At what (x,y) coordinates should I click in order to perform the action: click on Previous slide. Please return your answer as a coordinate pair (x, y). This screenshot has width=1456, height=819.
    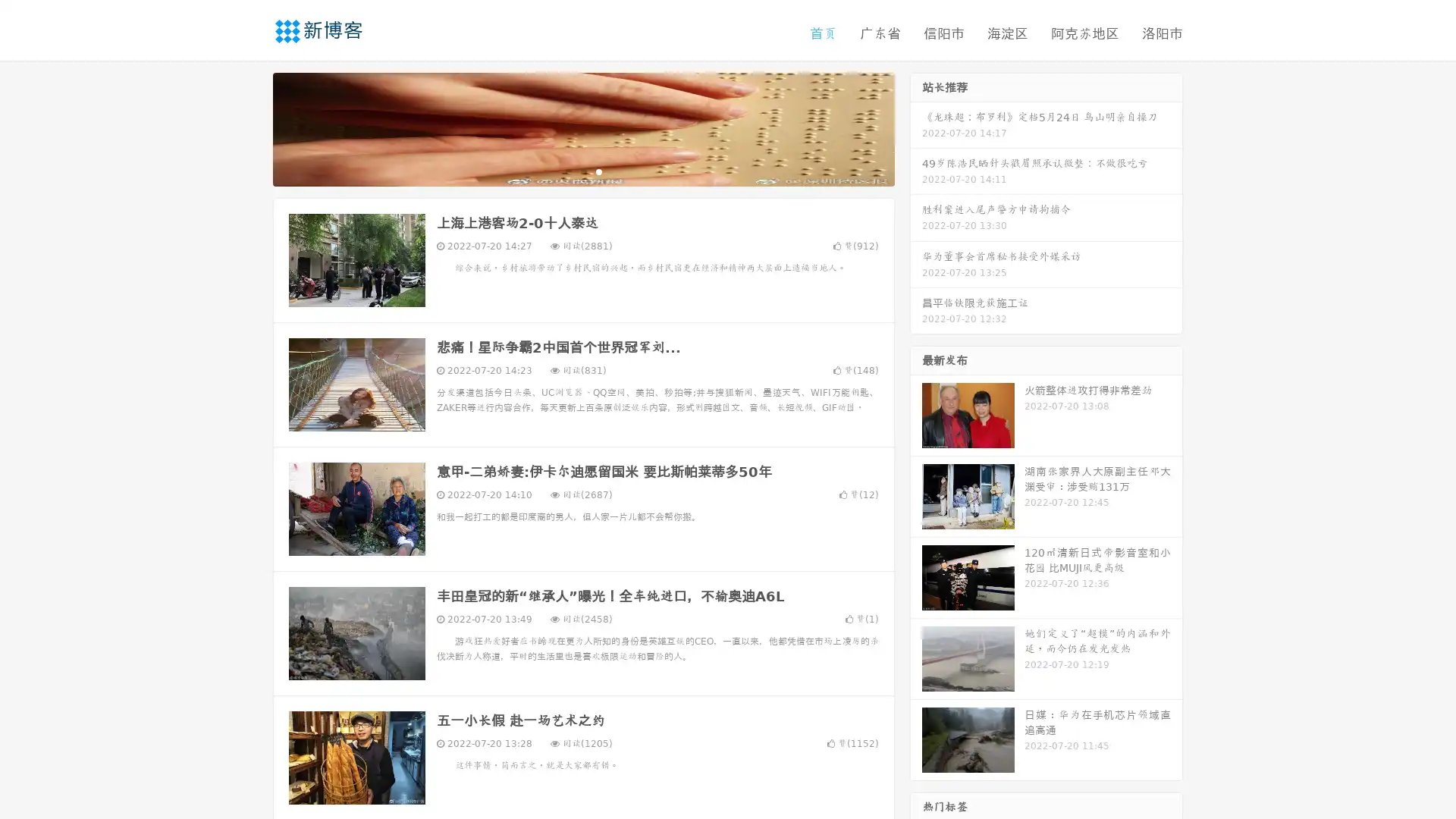
    Looking at the image, I should click on (250, 127).